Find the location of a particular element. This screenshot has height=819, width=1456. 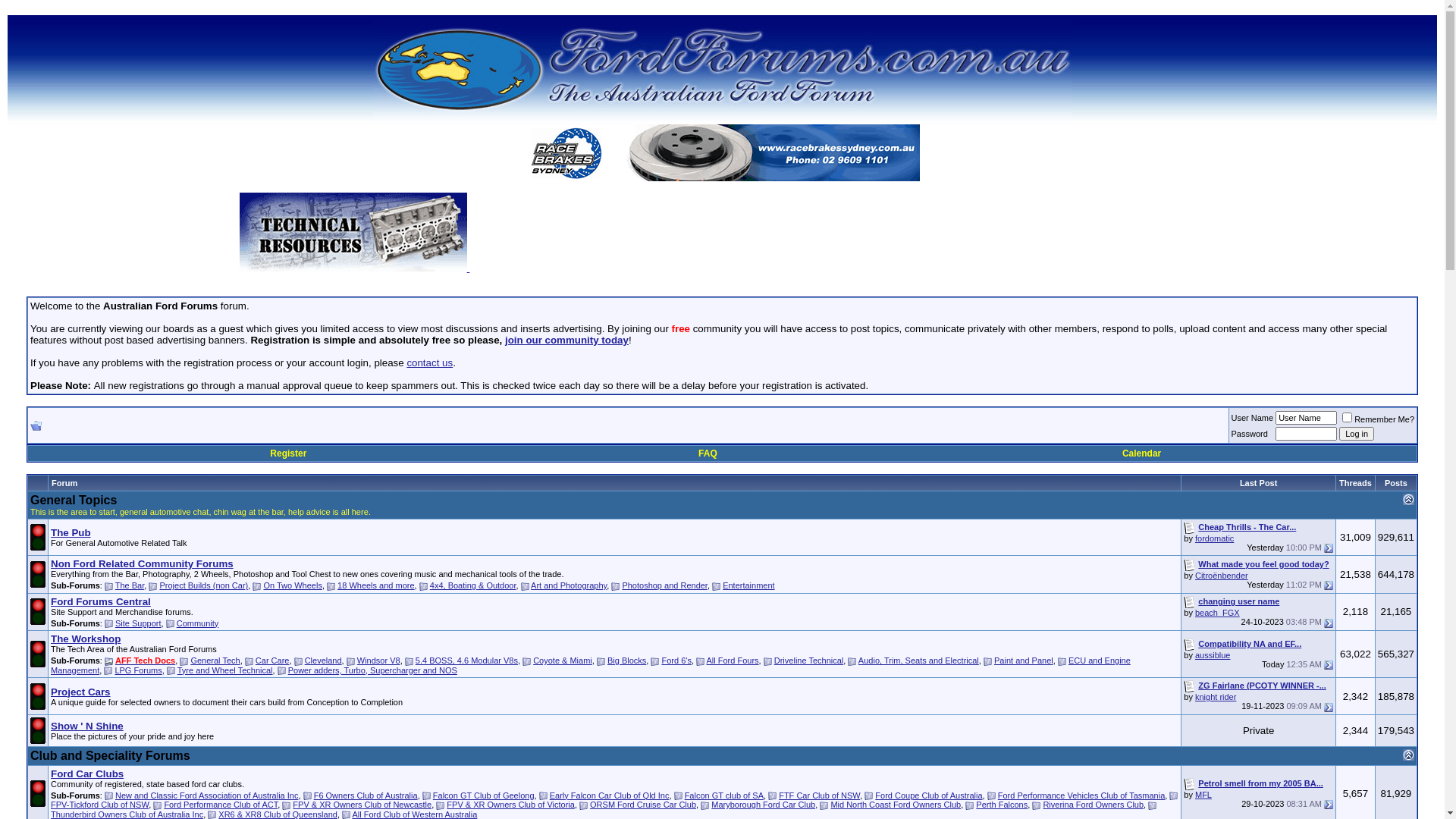

'FPV & XR Owners Club of Victoria' is located at coordinates (510, 803).